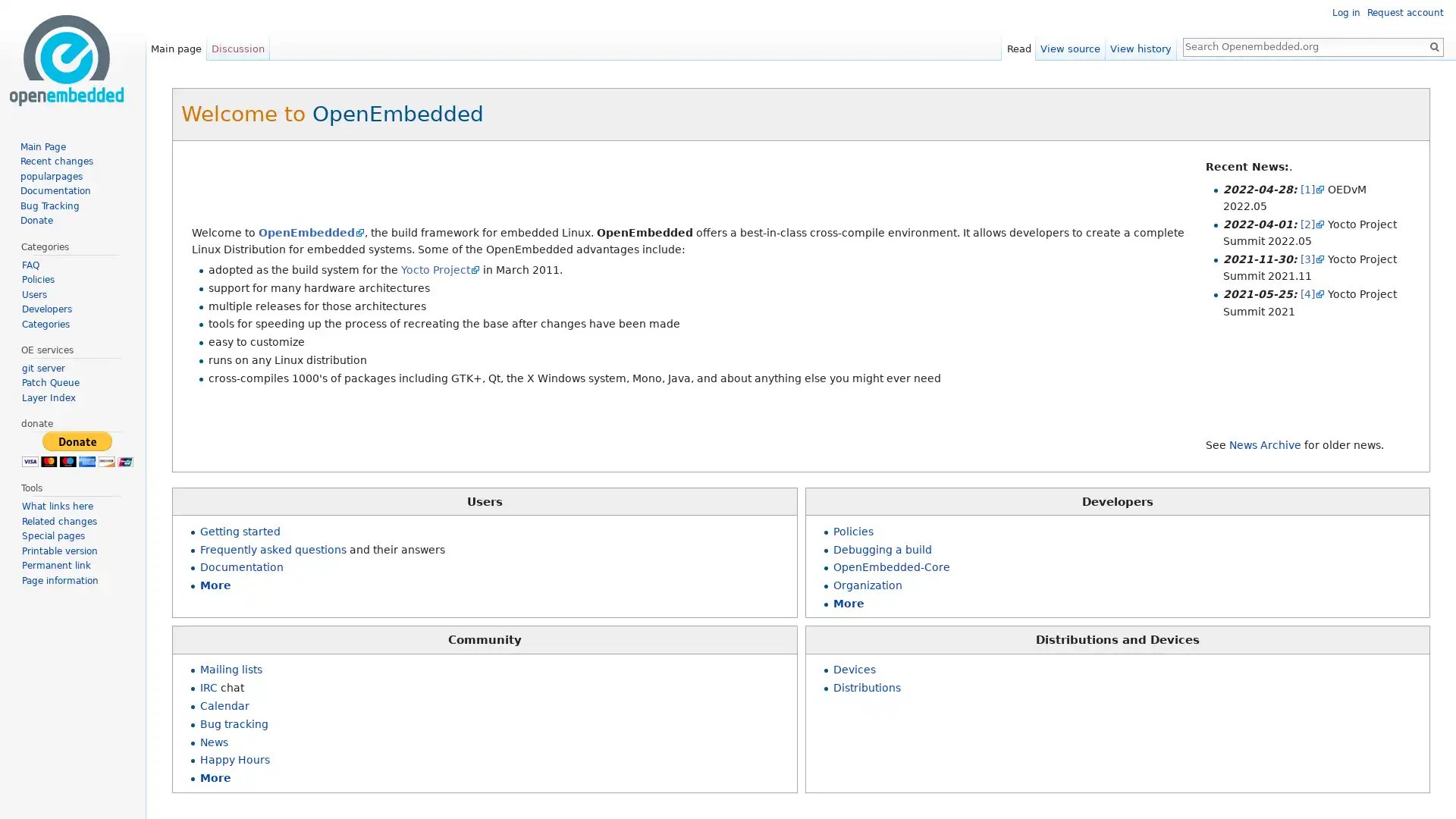 The image size is (1456, 819). Describe the element at coordinates (1433, 45) in the screenshot. I see `Go` at that location.